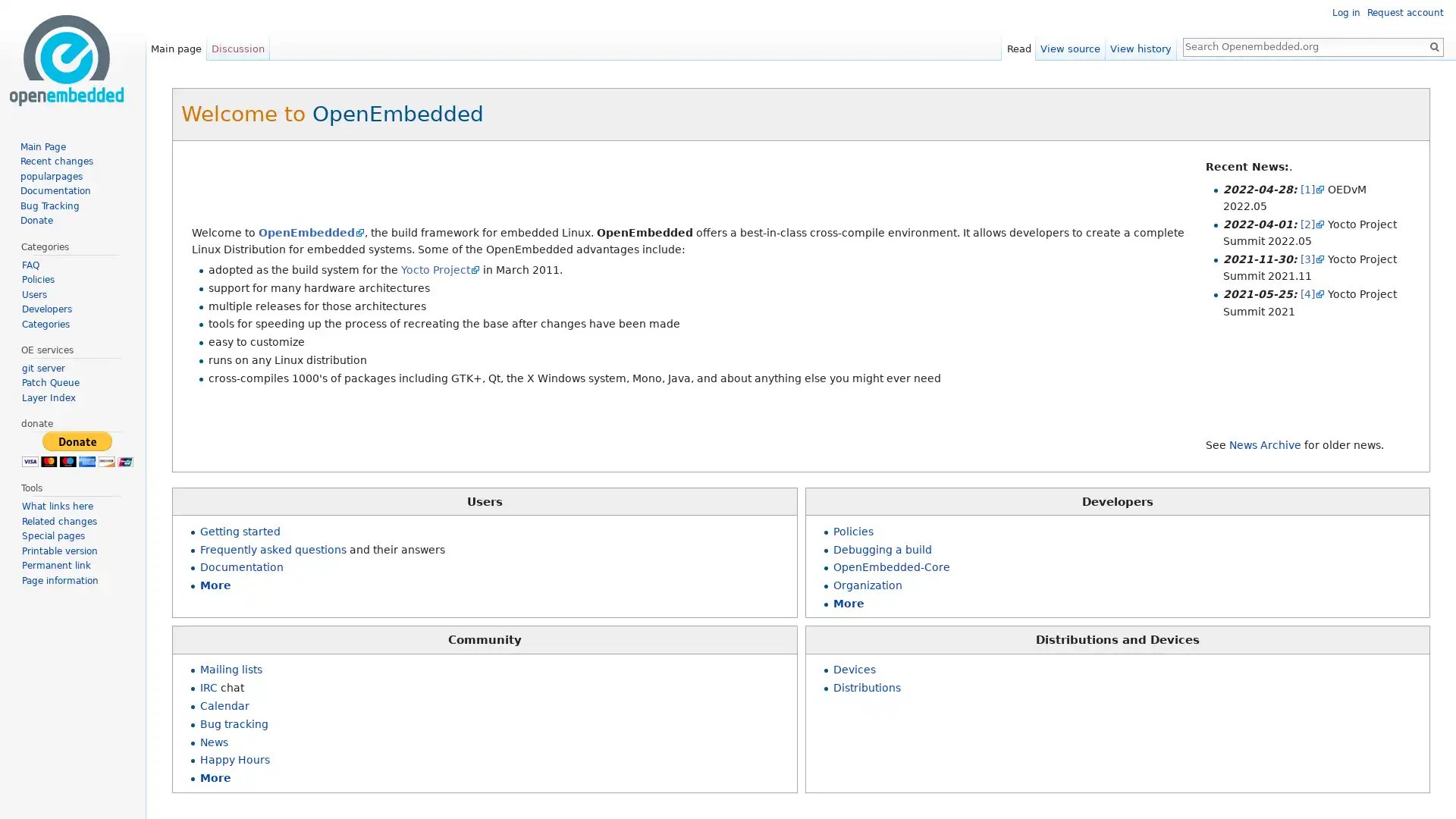 The image size is (1456, 819). Describe the element at coordinates (1433, 45) in the screenshot. I see `Go` at that location.